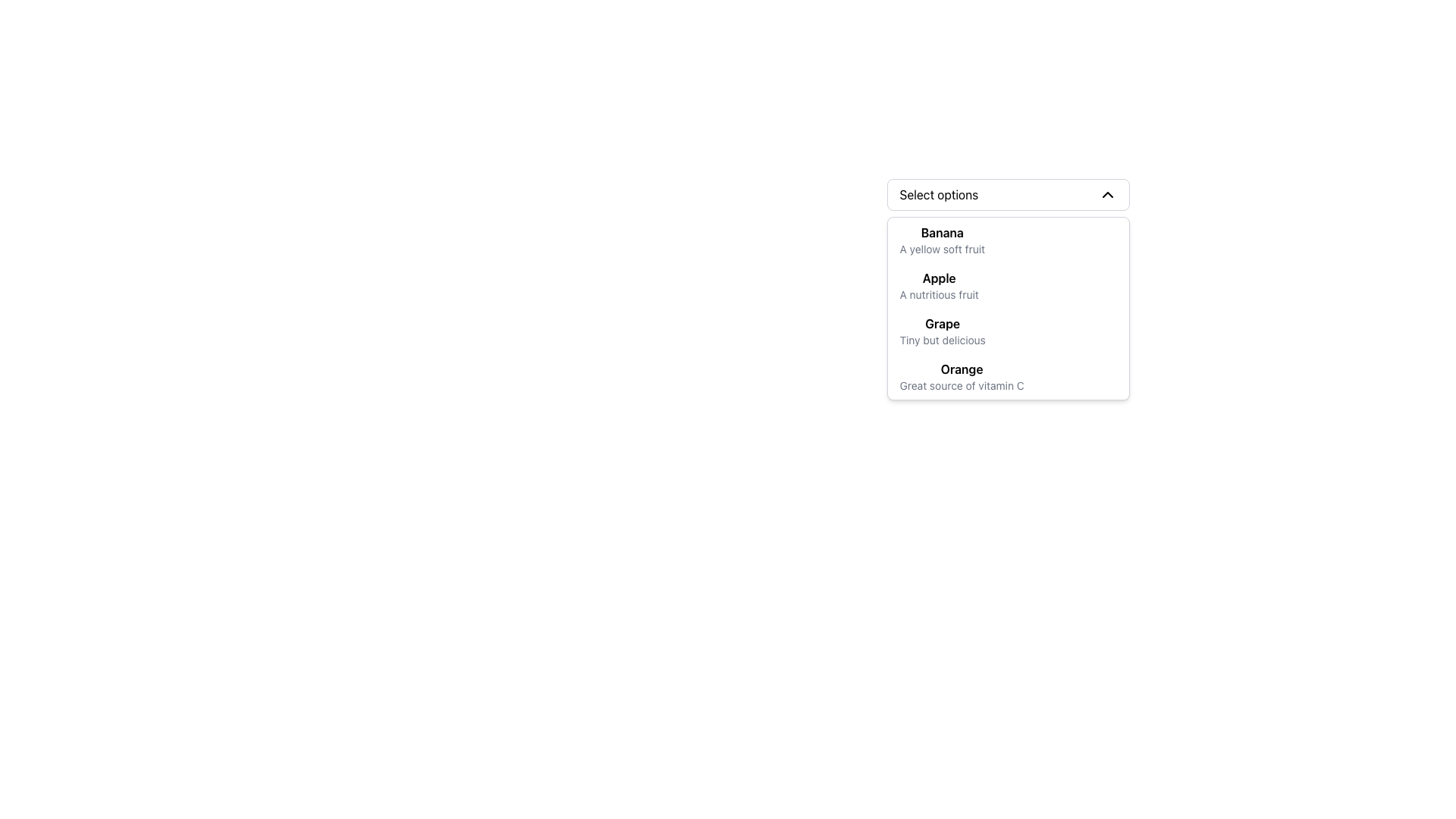  I want to click on descriptive text label for the item 'Grape', which is located directly below the bold text 'Grape' in the dropdown menu of fruit options, so click(942, 339).